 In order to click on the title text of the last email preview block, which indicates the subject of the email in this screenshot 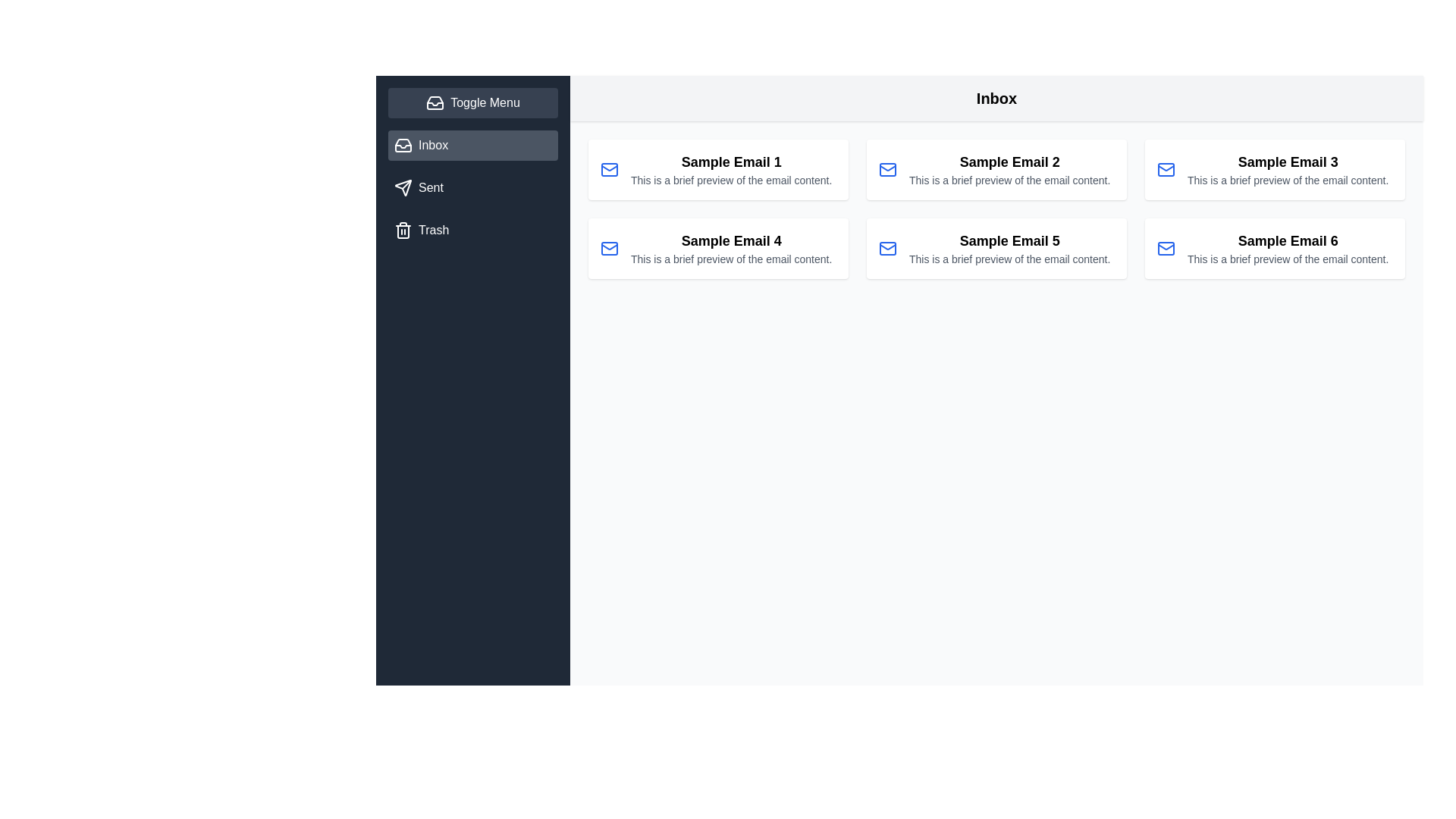, I will do `click(1287, 240)`.